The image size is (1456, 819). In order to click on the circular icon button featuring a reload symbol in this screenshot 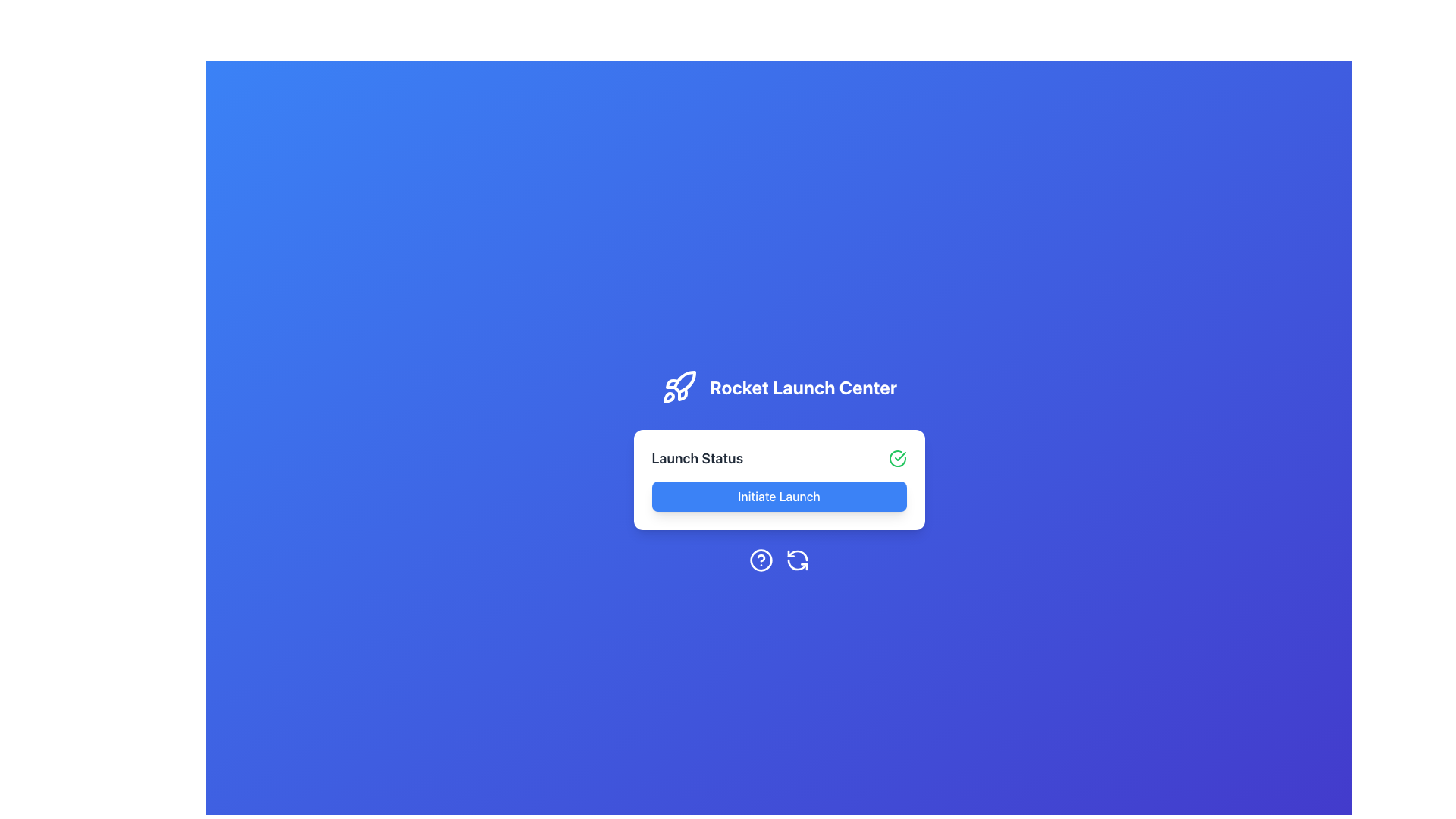, I will do `click(796, 560)`.